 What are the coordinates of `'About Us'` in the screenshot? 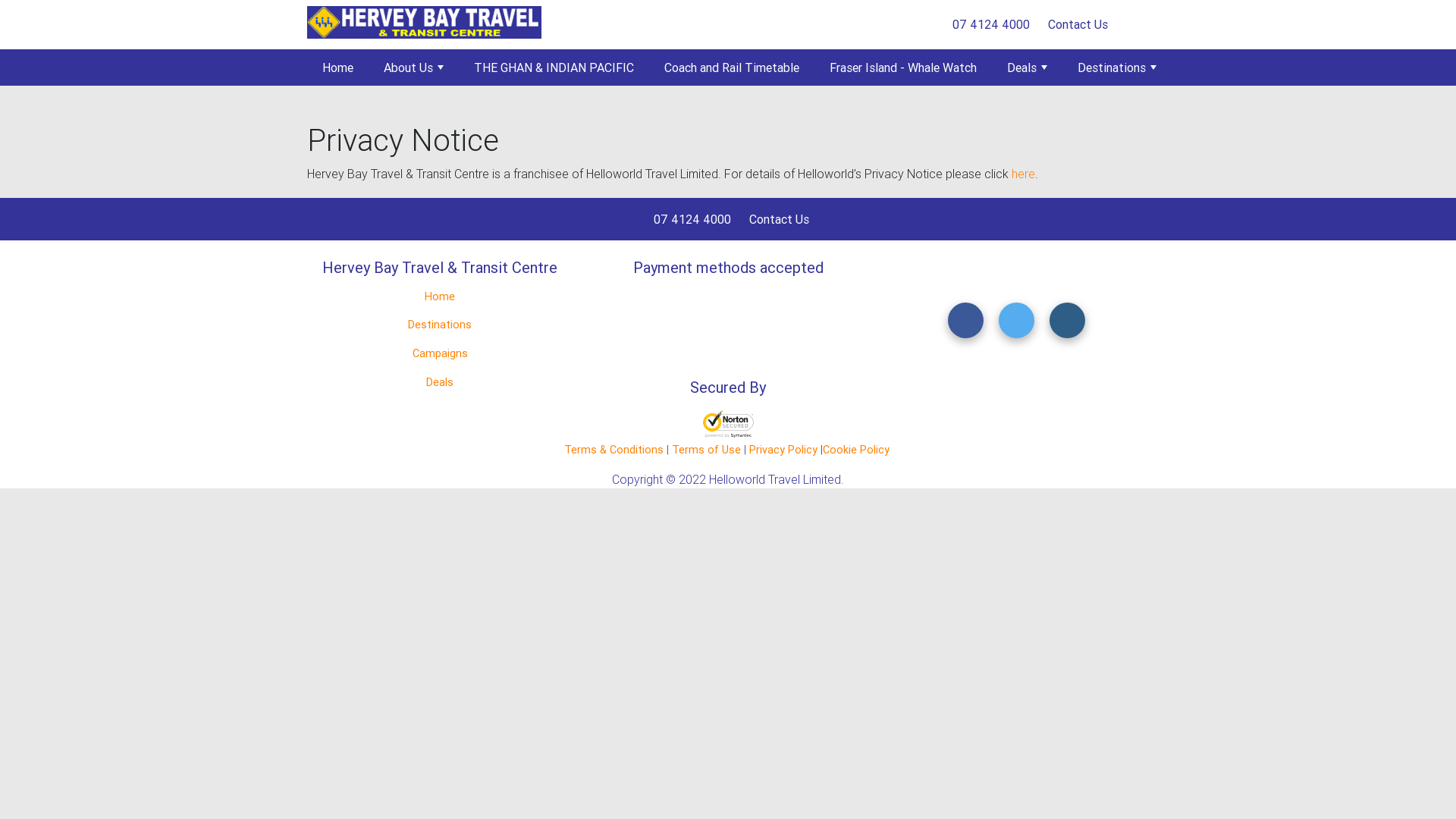 It's located at (413, 66).